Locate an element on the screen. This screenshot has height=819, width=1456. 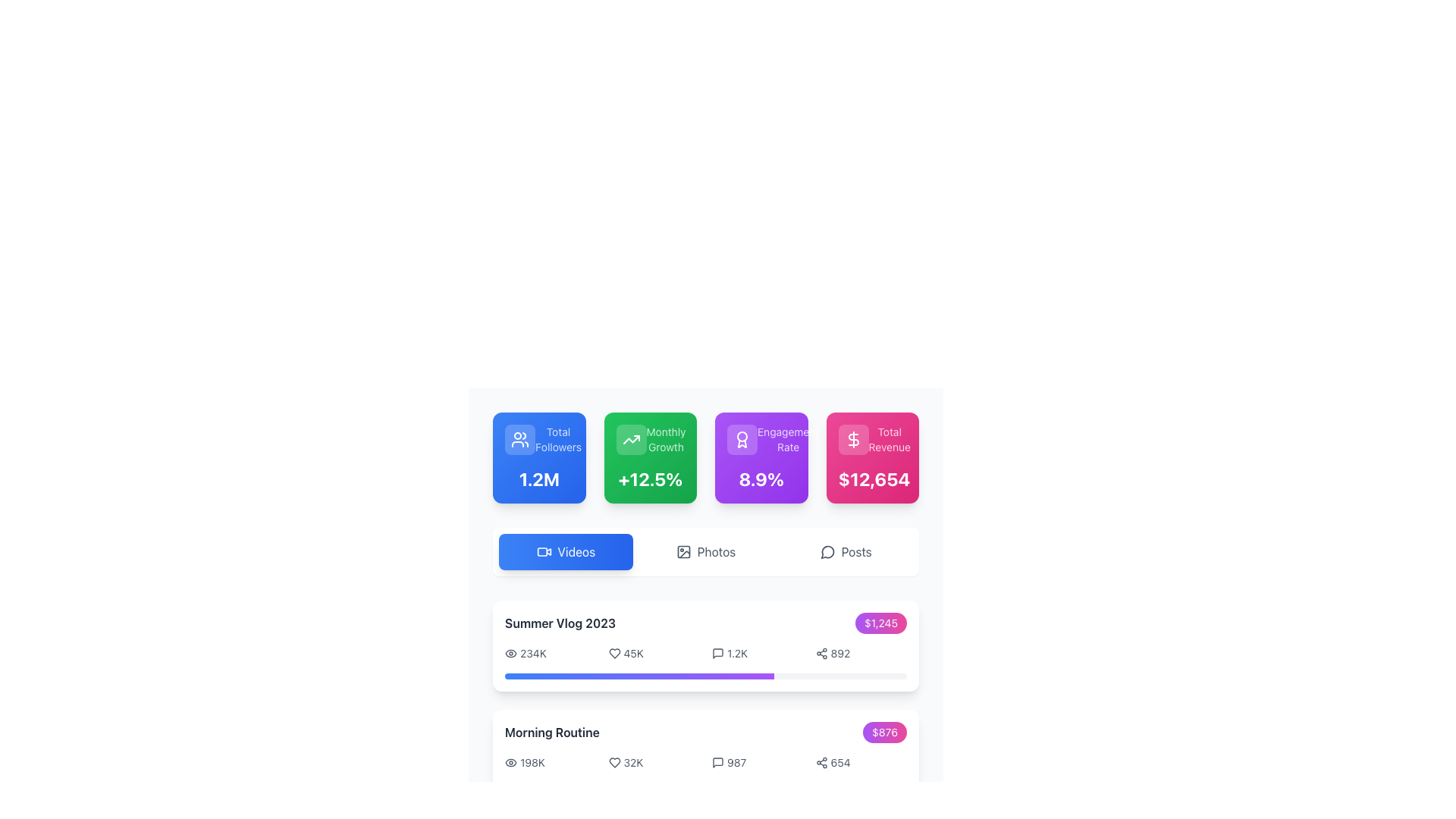
the upward growth icon located in the top-left corner of the green 'Monthly Growth' metric card on the dashboard interface is located at coordinates (631, 439).